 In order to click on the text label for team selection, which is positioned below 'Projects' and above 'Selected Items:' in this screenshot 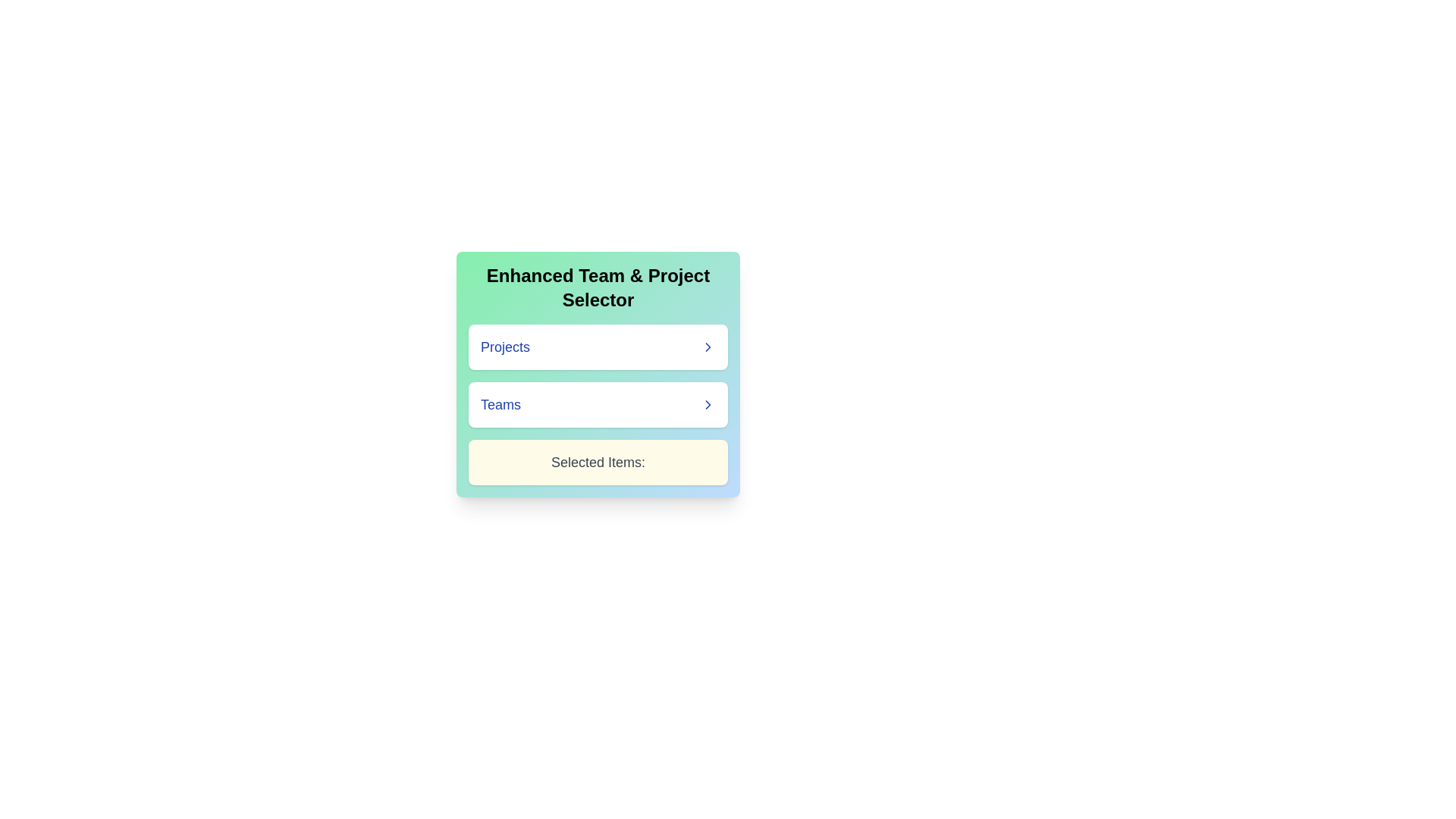, I will do `click(500, 403)`.